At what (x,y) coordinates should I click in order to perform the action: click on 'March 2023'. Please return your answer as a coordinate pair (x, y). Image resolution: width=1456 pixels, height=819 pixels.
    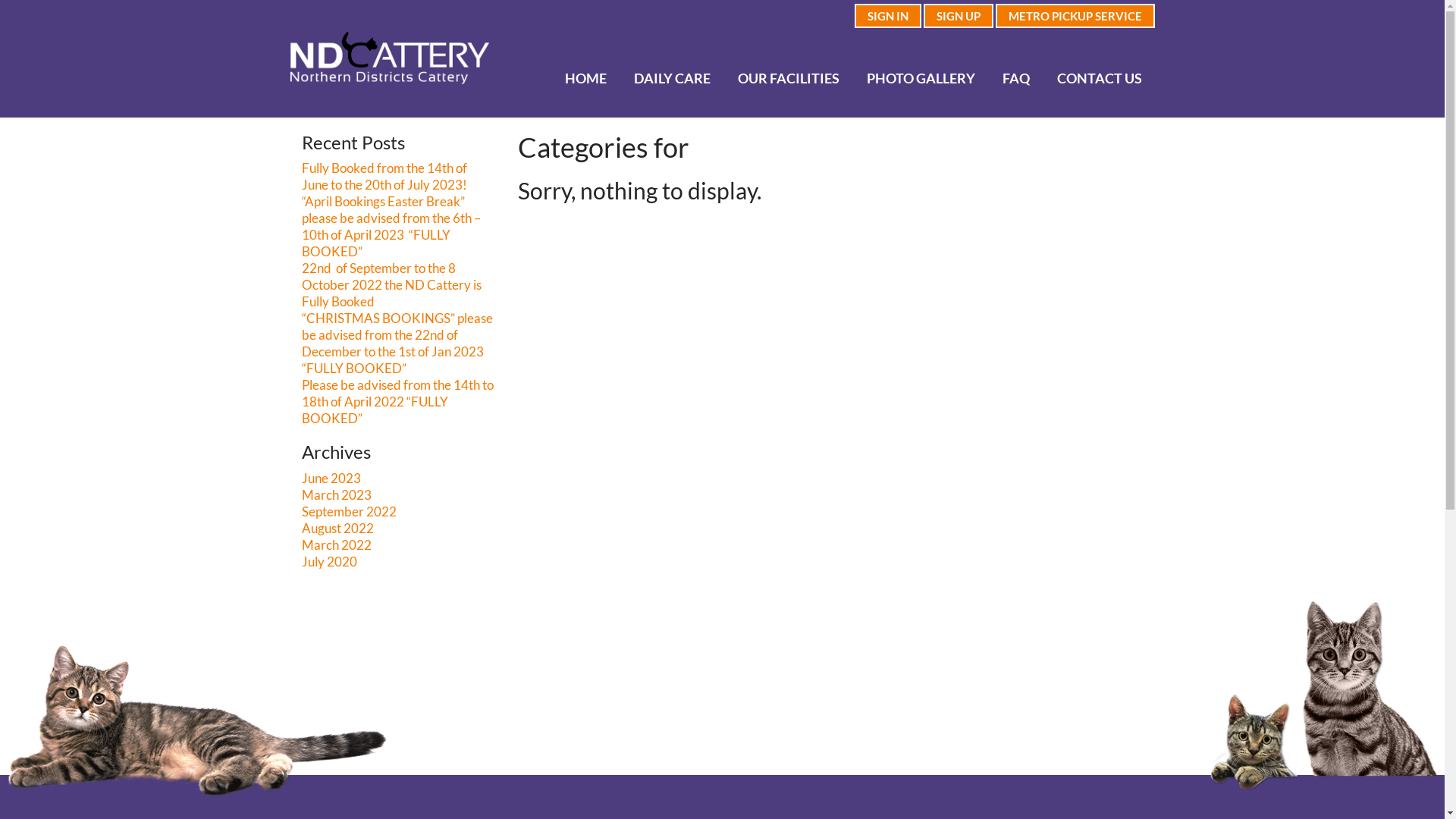
    Looking at the image, I should click on (336, 494).